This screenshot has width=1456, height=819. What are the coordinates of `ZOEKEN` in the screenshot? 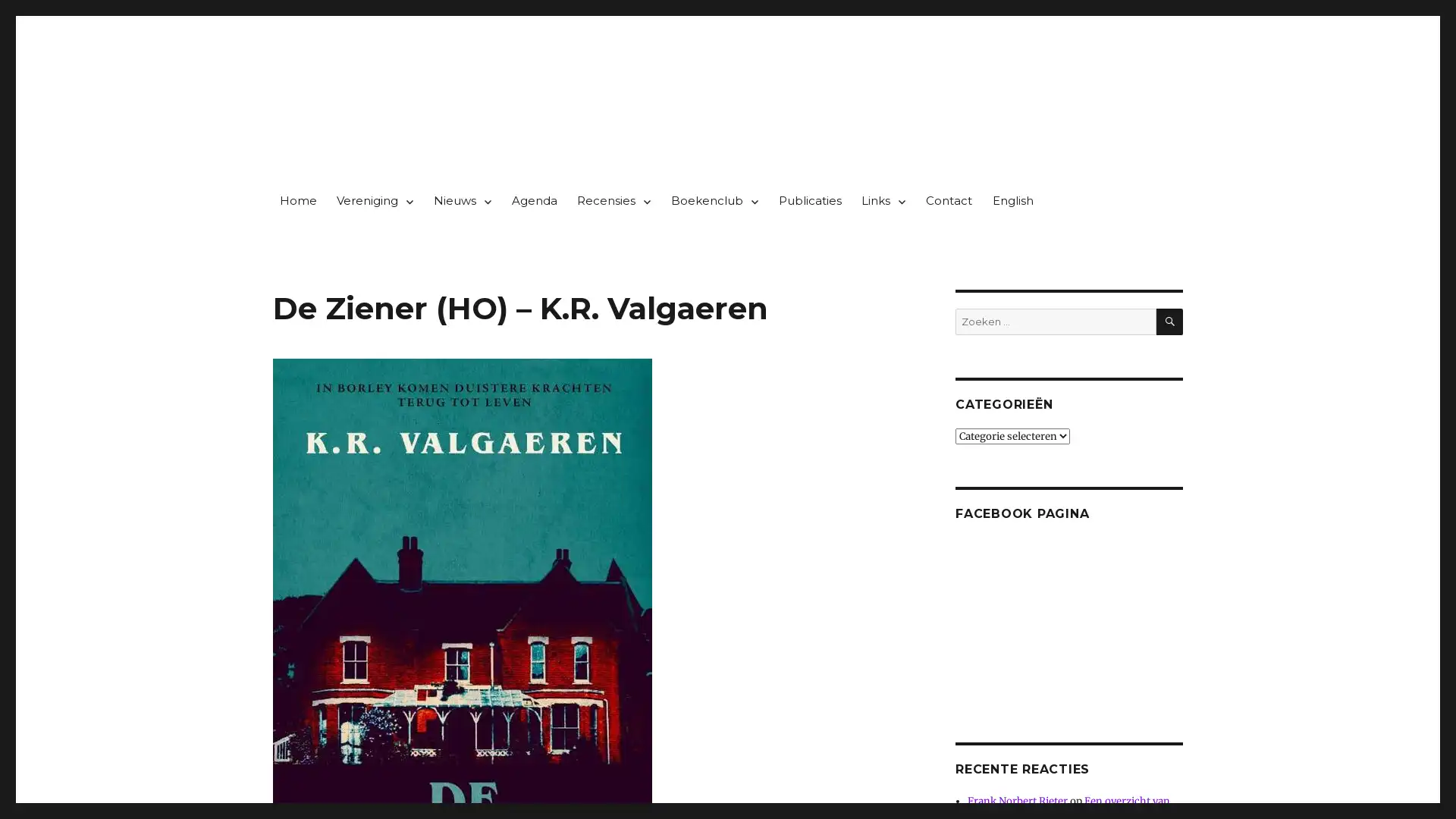 It's located at (1169, 321).